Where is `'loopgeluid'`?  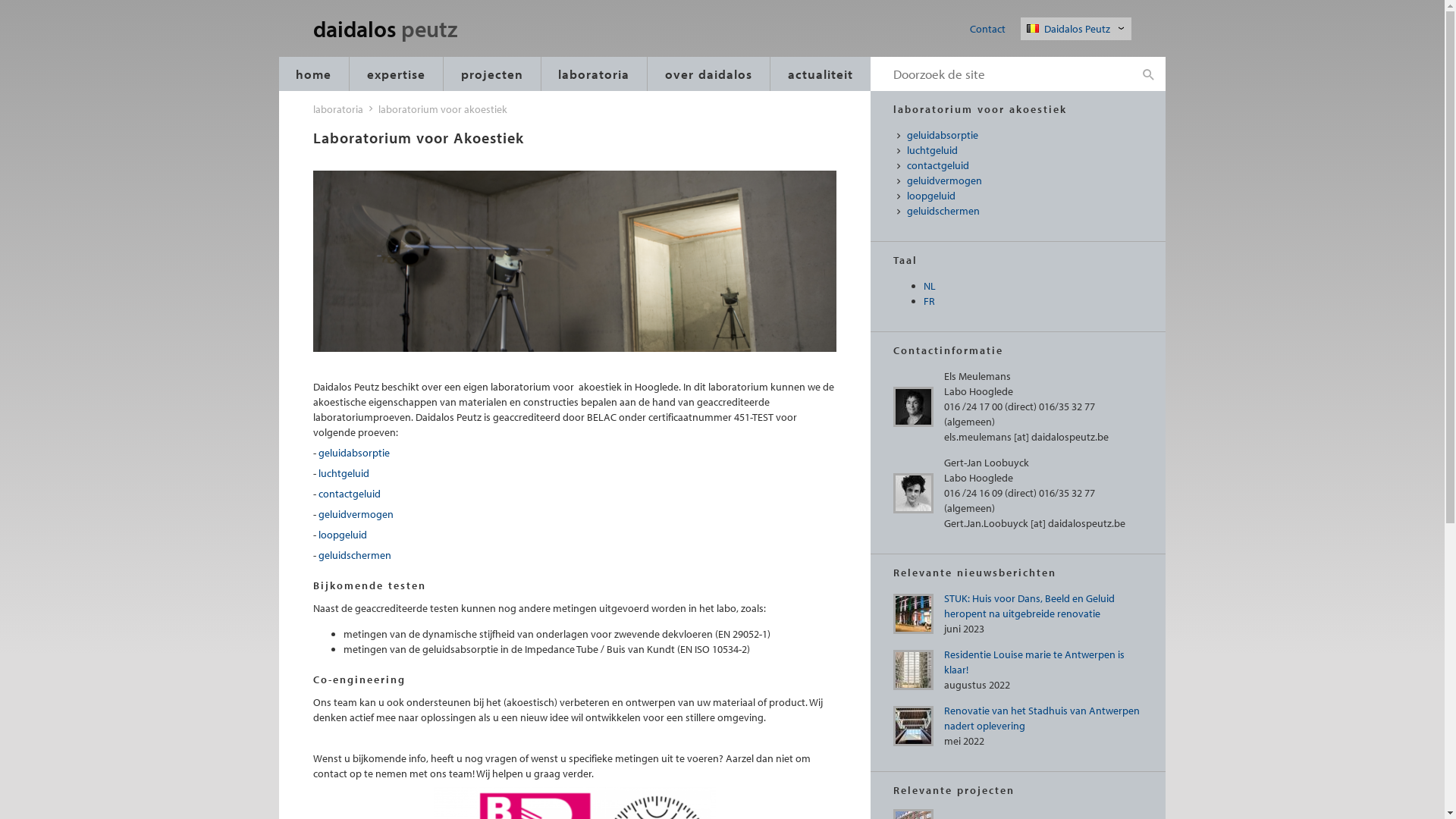 'loopgeluid' is located at coordinates (341, 534).